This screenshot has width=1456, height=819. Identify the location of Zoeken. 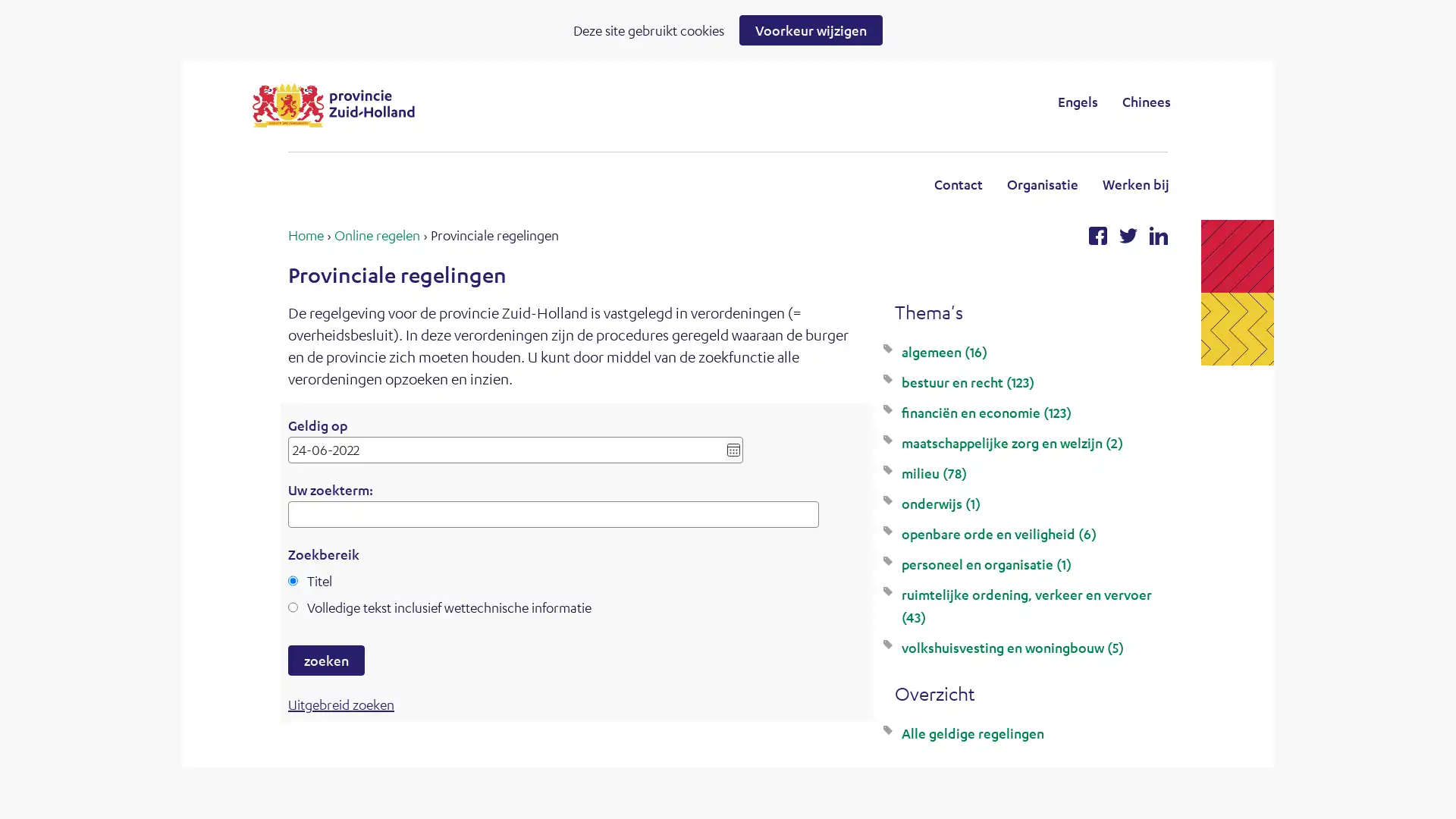
(852, 101).